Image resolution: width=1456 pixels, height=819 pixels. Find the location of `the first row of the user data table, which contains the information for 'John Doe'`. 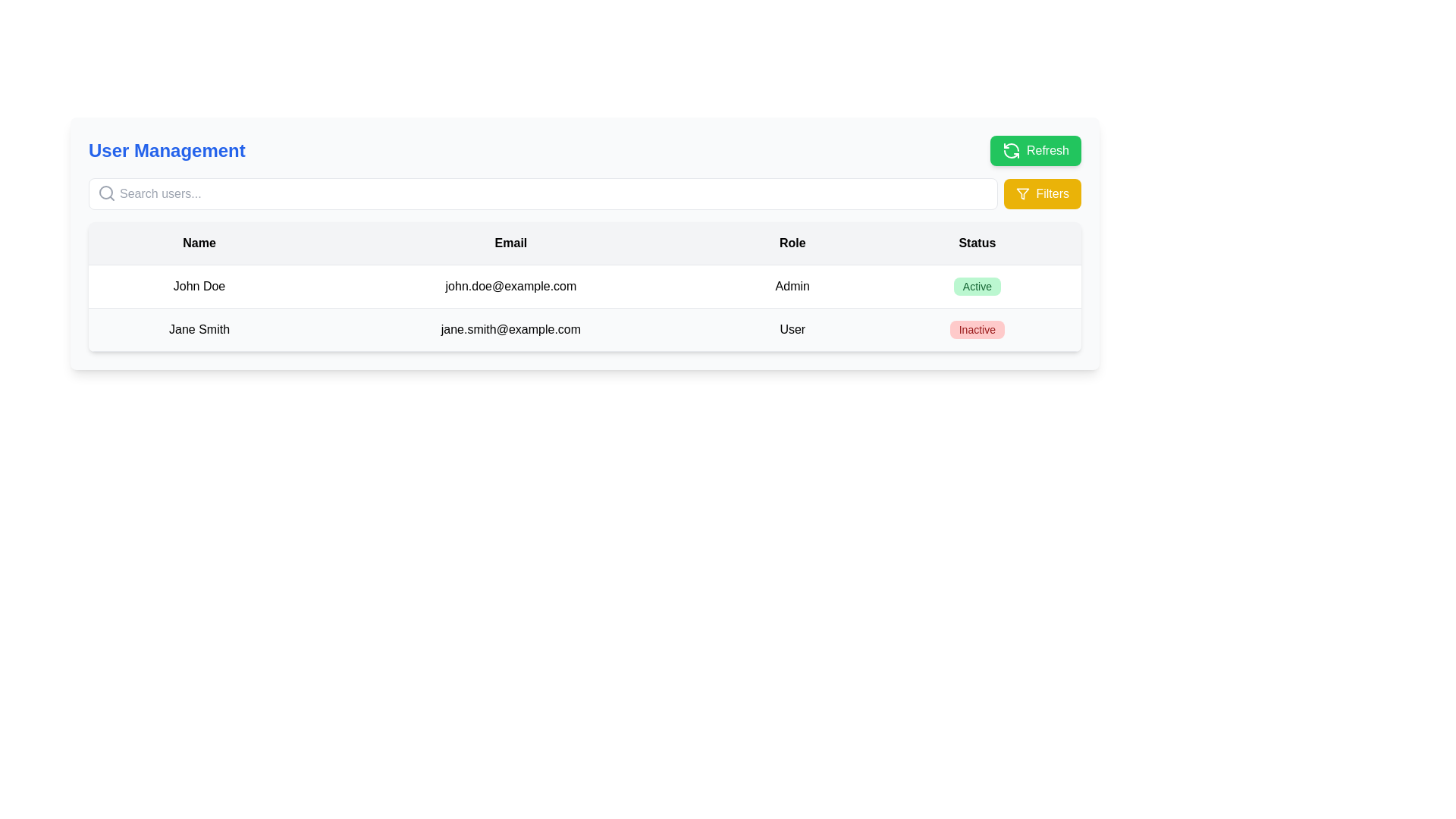

the first row of the user data table, which contains the information for 'John Doe' is located at coordinates (584, 287).